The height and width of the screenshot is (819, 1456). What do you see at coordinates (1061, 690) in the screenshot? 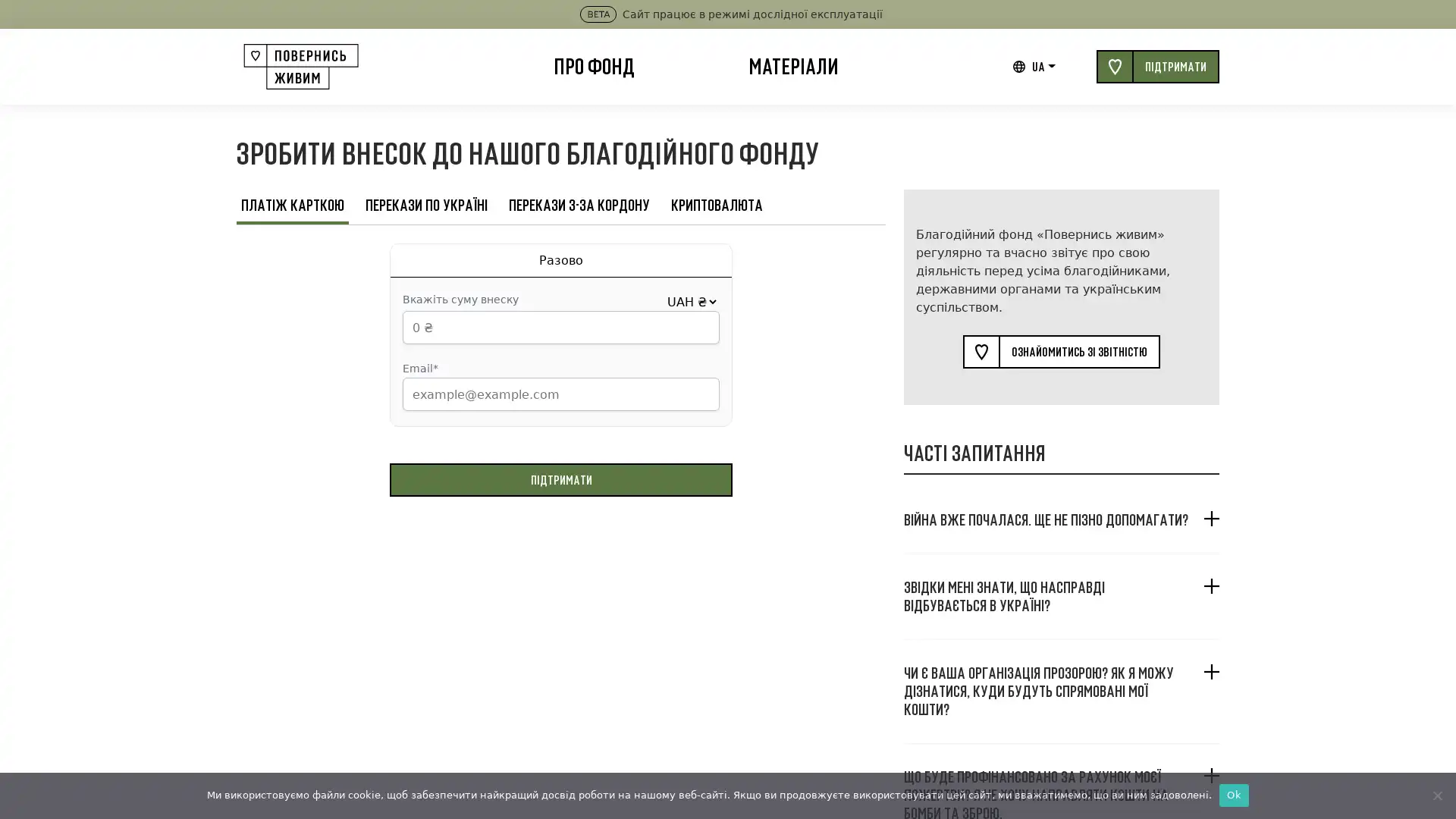
I see `?    ,     ?` at bounding box center [1061, 690].